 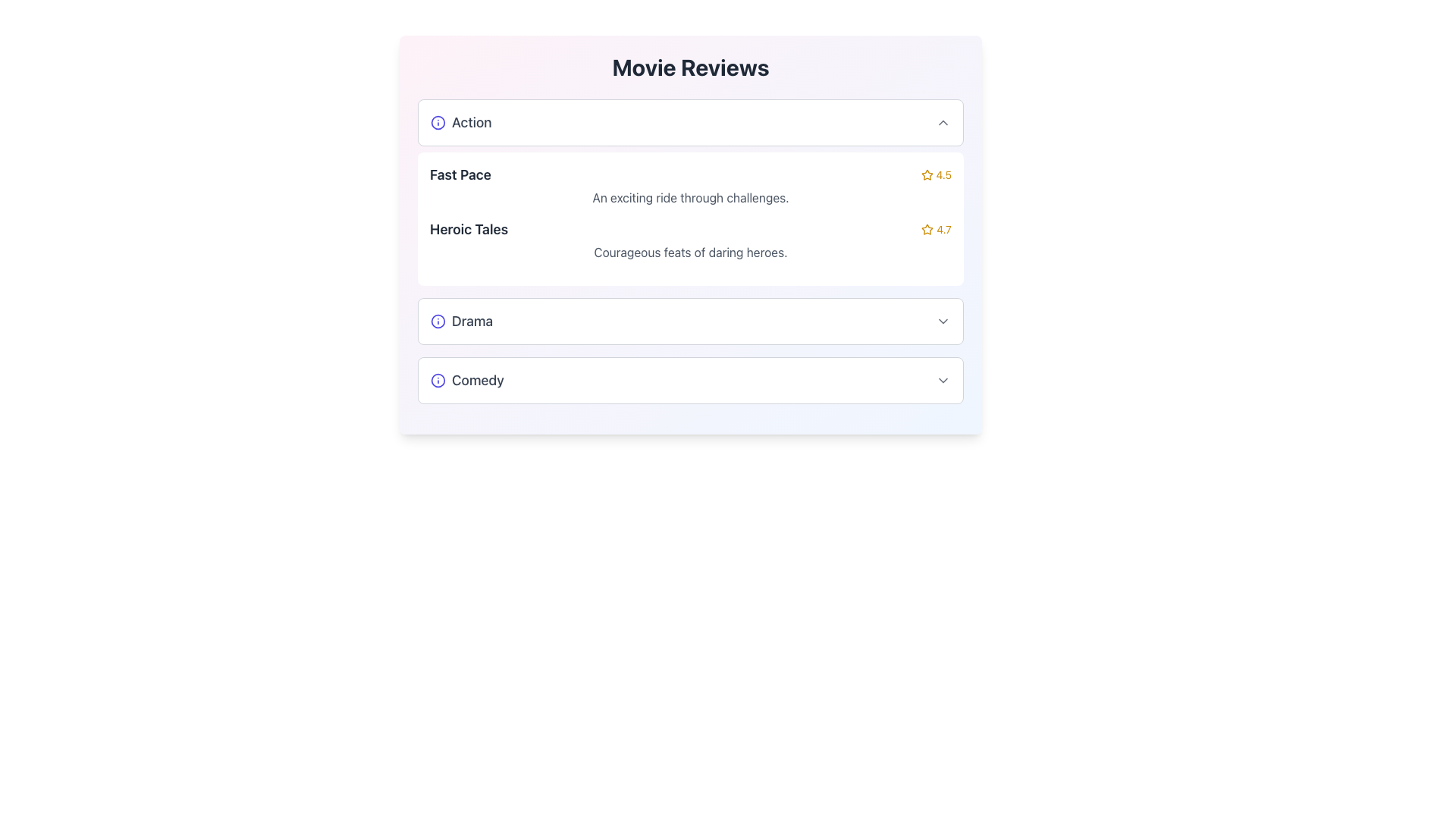 I want to click on the star-shaped icon with a hollow center and golden outline located in the 'Heroic Tales' review section, positioned before the rating text '4.7', so click(x=927, y=230).